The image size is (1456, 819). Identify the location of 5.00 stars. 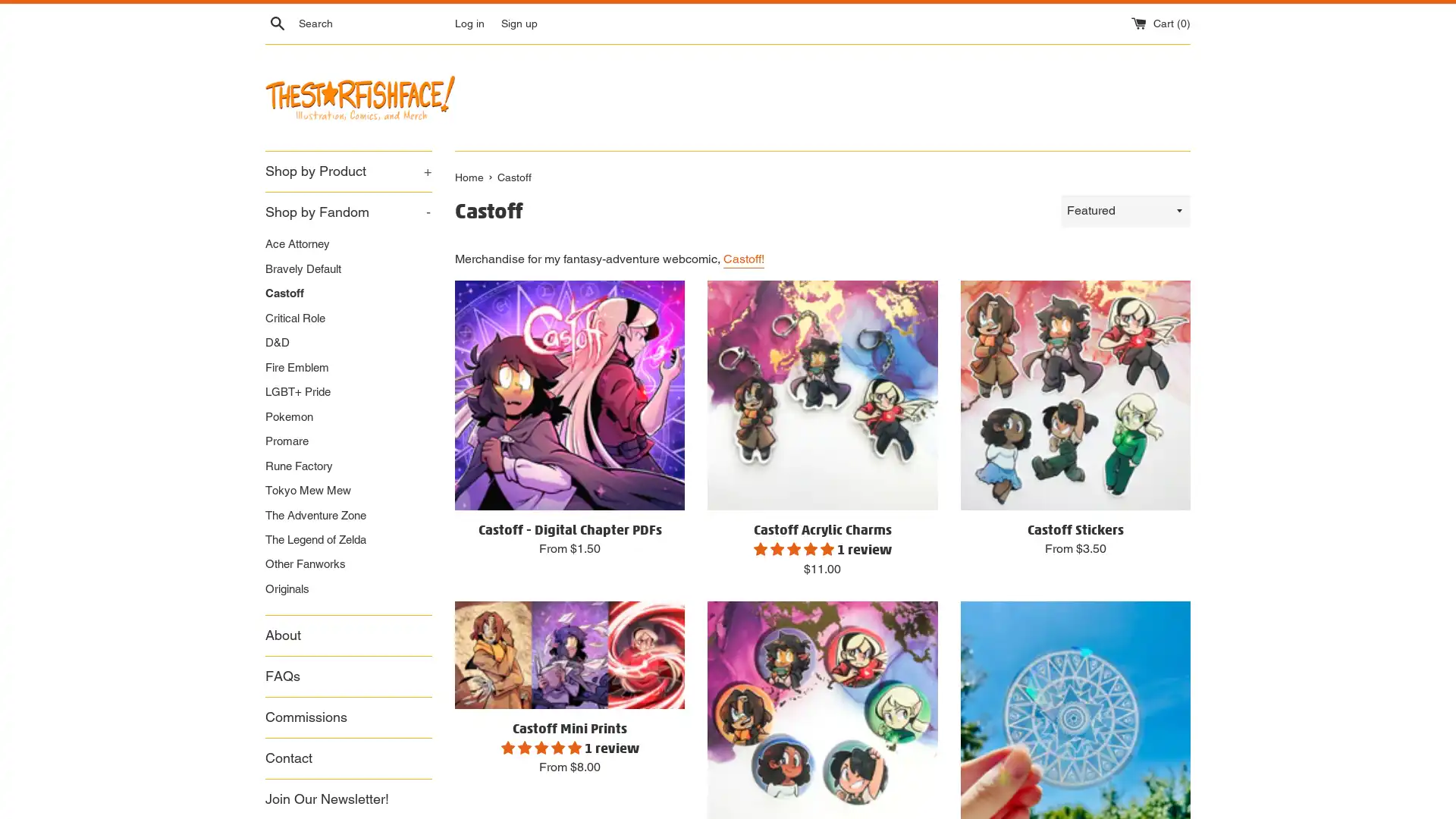
(542, 745).